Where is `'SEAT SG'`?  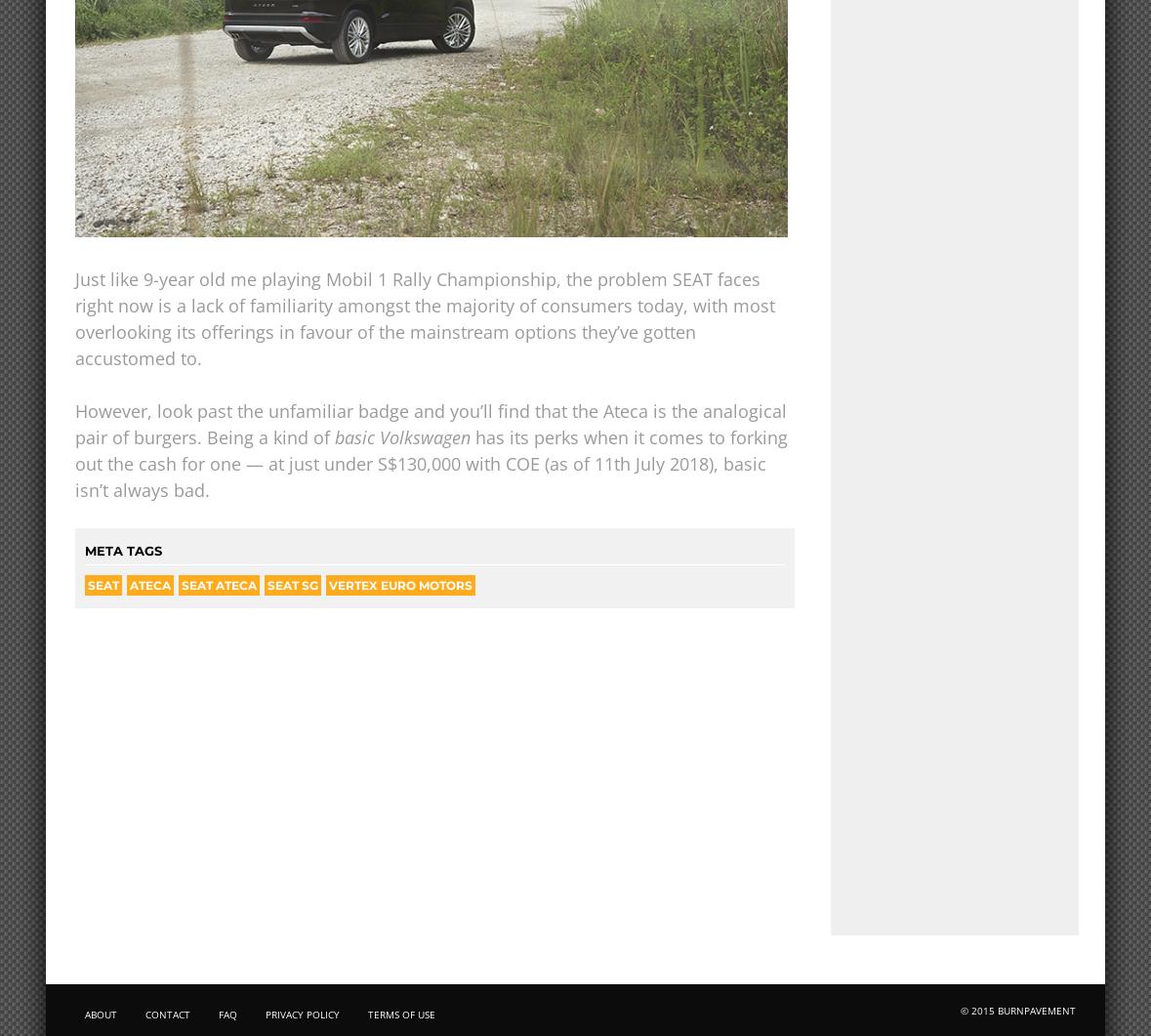
'SEAT SG' is located at coordinates (293, 584).